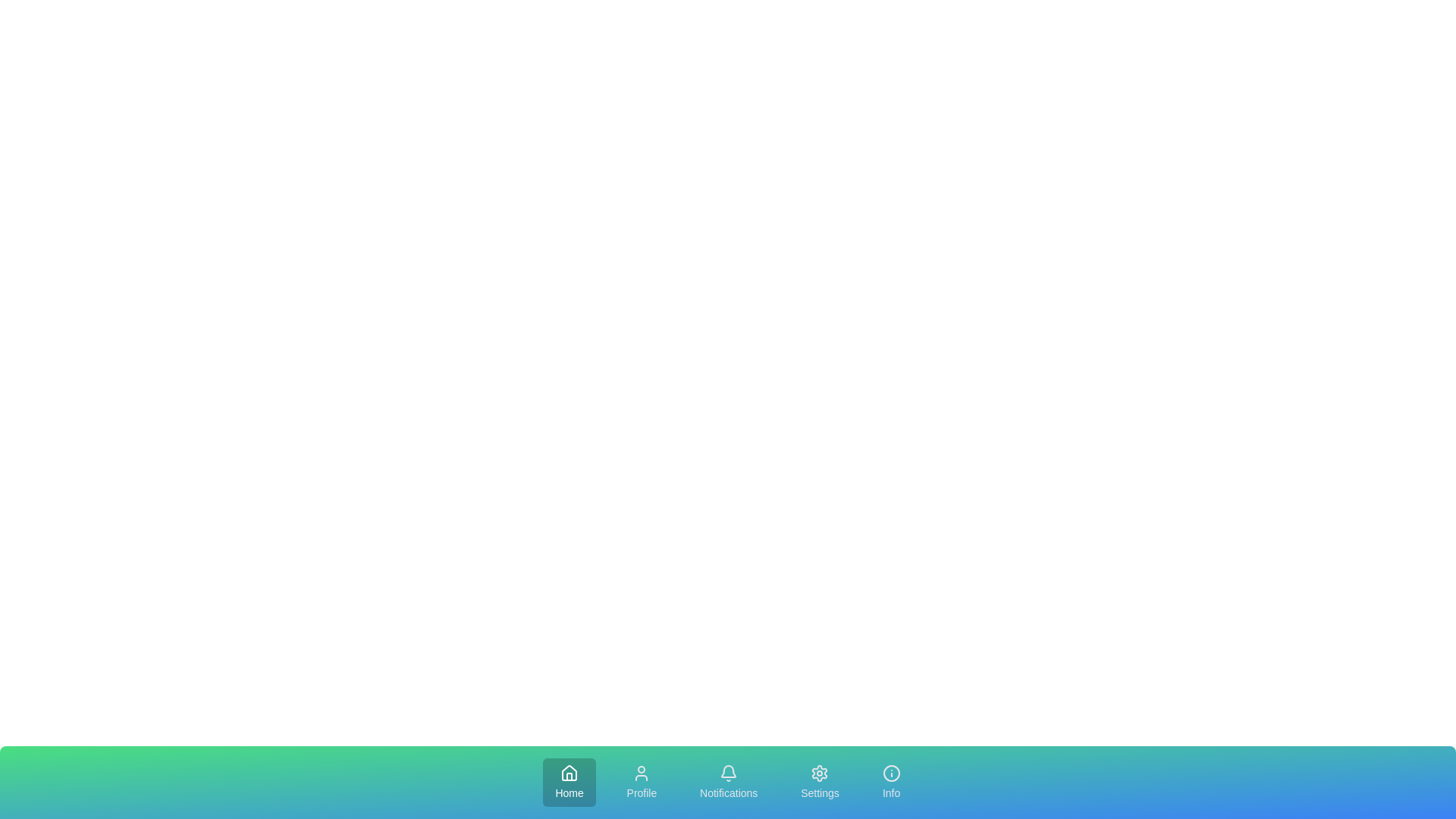  Describe the element at coordinates (641, 783) in the screenshot. I see `the Profile tab in the navigation bar` at that location.